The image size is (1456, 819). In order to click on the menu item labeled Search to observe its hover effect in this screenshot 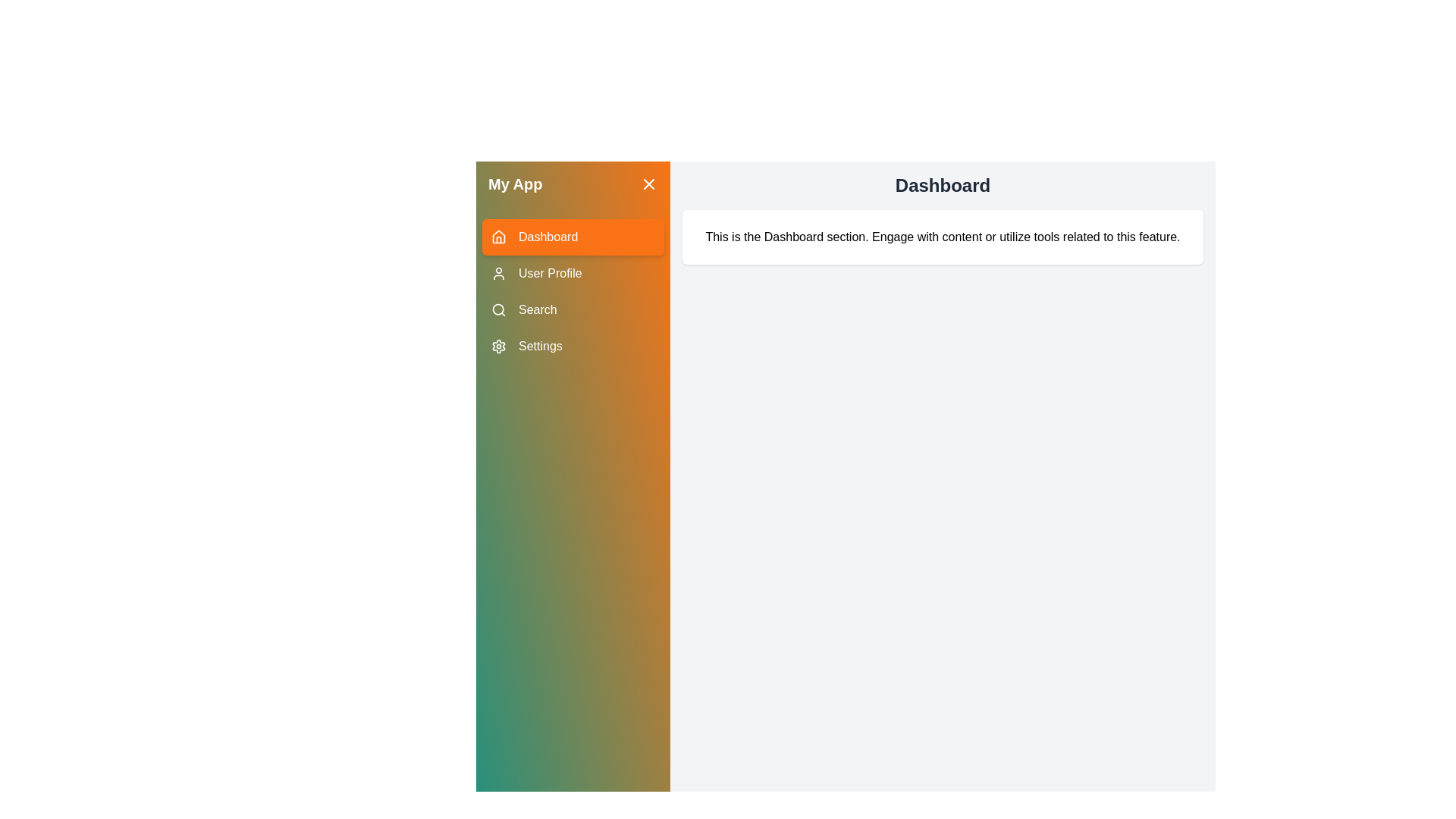, I will do `click(572, 309)`.